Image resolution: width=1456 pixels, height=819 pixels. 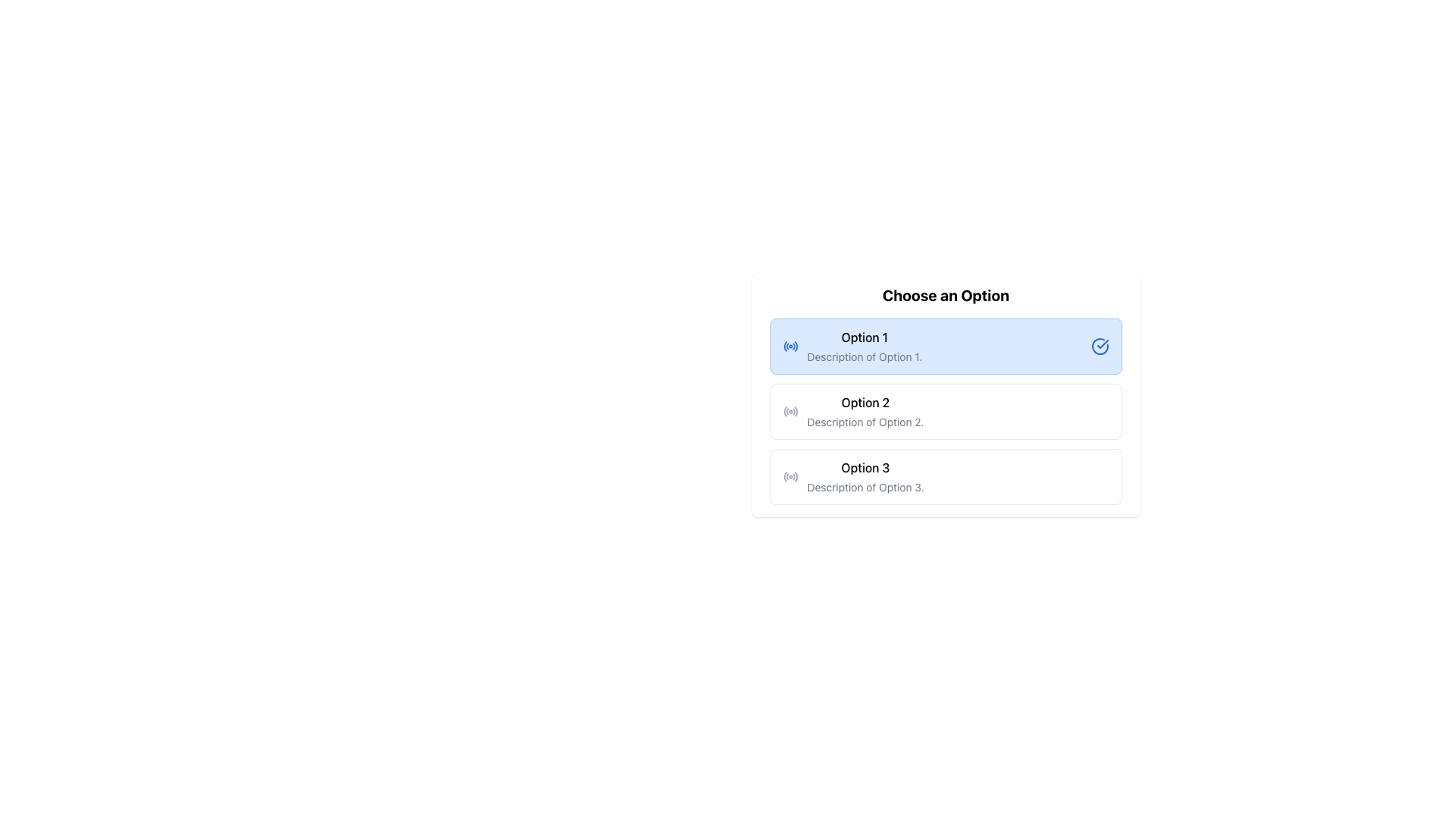 What do you see at coordinates (945, 394) in the screenshot?
I see `the selection group containing radio button elements, which has a white background and rounded corners` at bounding box center [945, 394].